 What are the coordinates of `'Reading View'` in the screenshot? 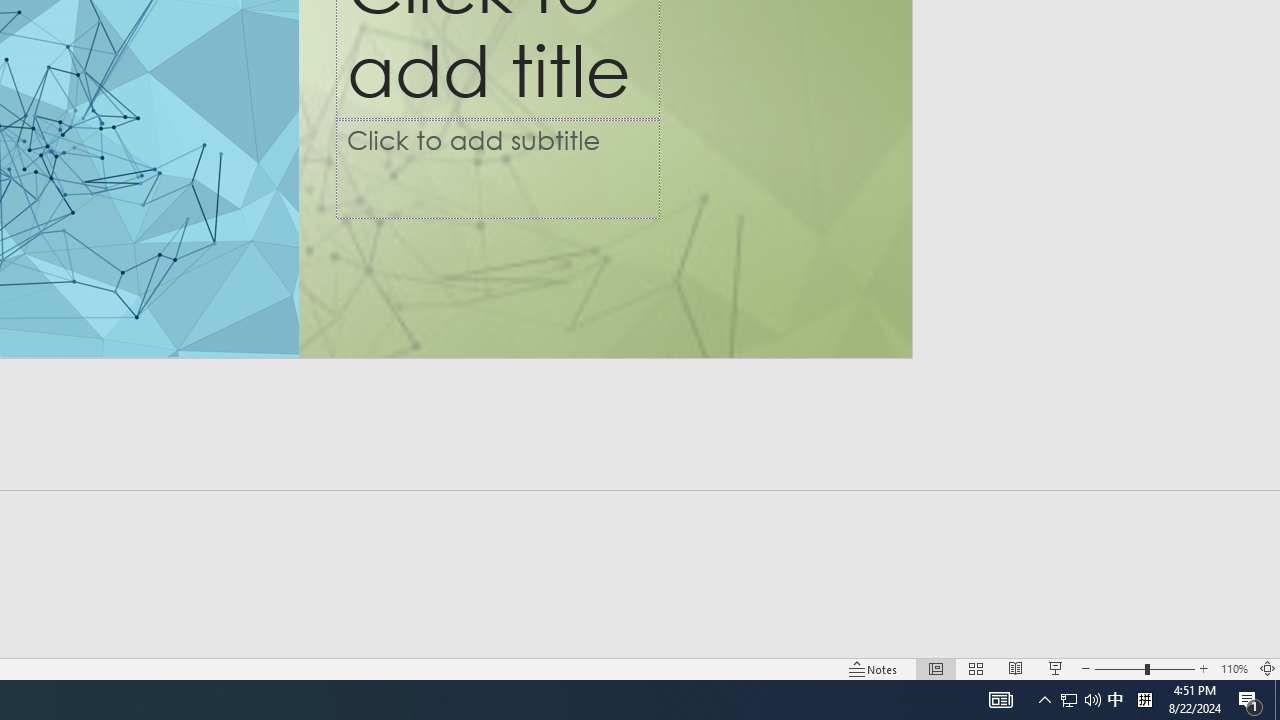 It's located at (1015, 669).